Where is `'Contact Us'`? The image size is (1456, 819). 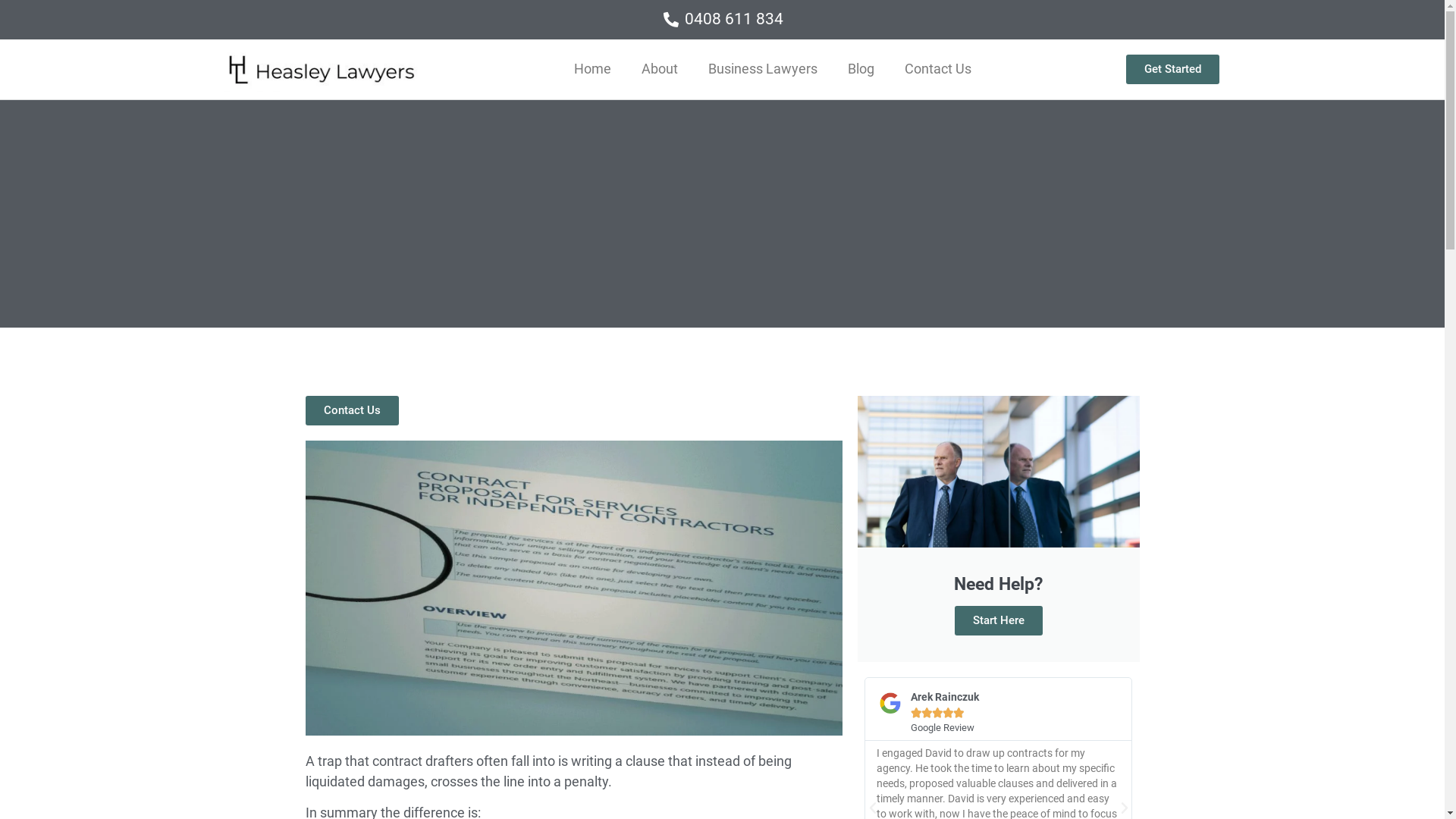 'Contact Us' is located at coordinates (304, 410).